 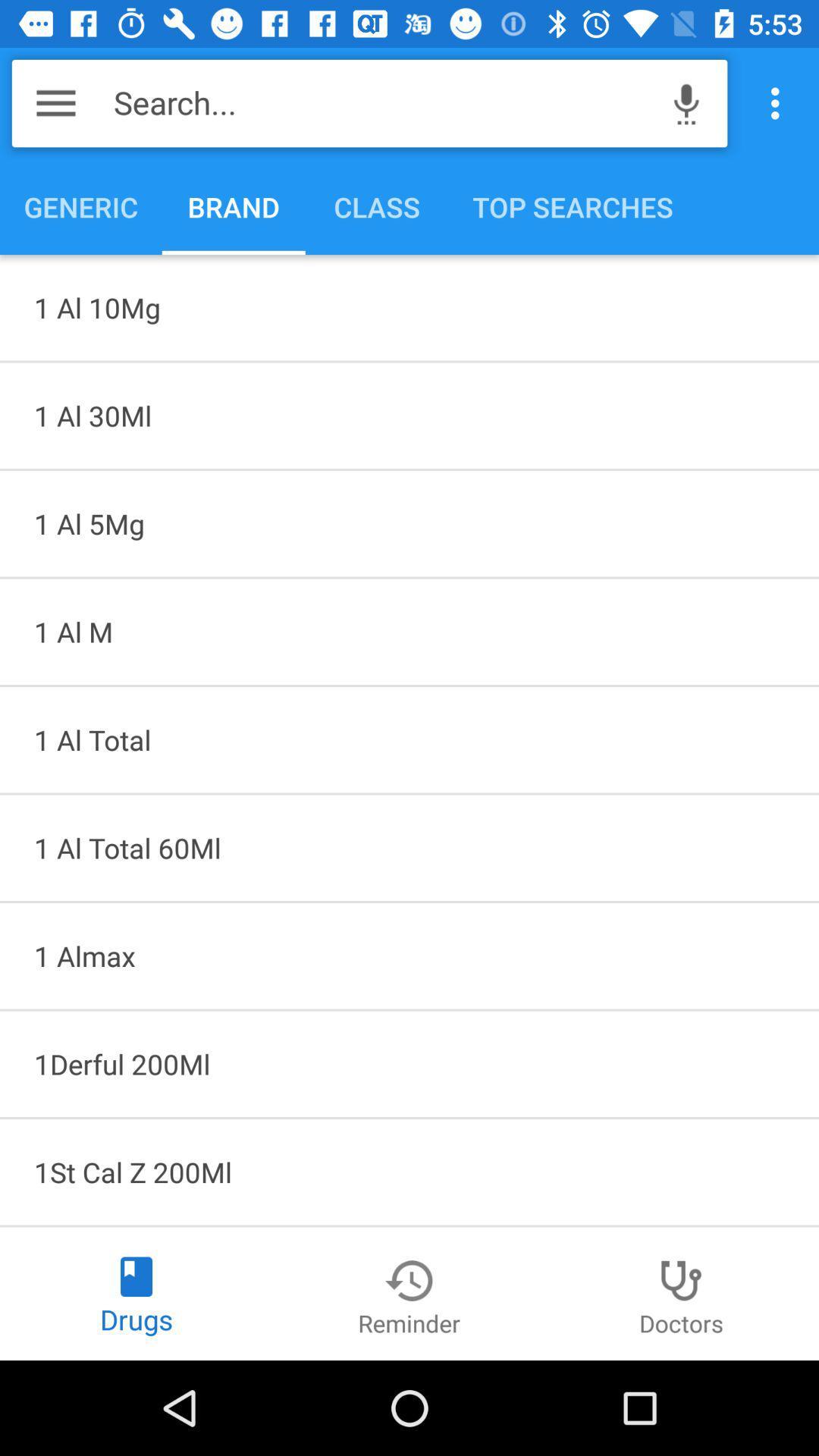 I want to click on the item above generic, so click(x=382, y=102).